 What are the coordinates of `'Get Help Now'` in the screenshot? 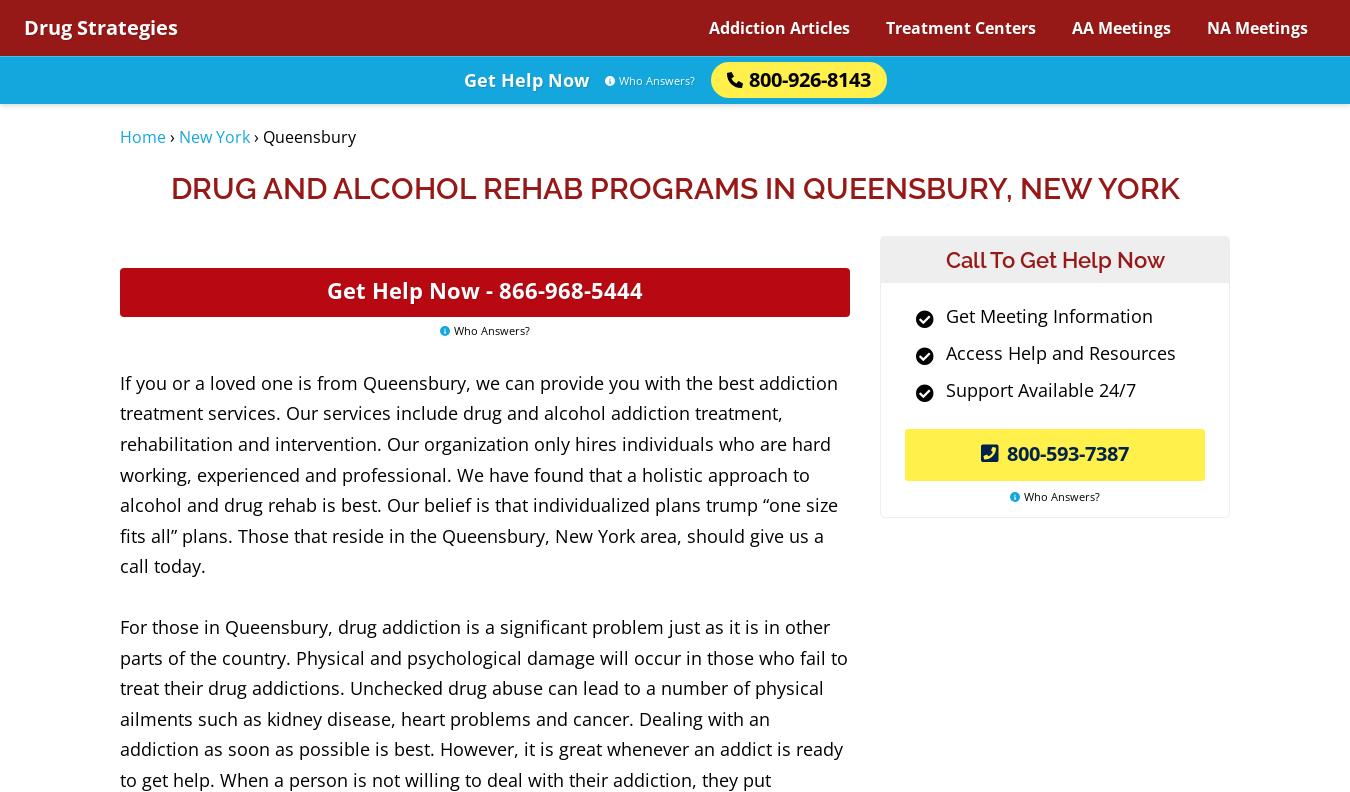 It's located at (524, 79).